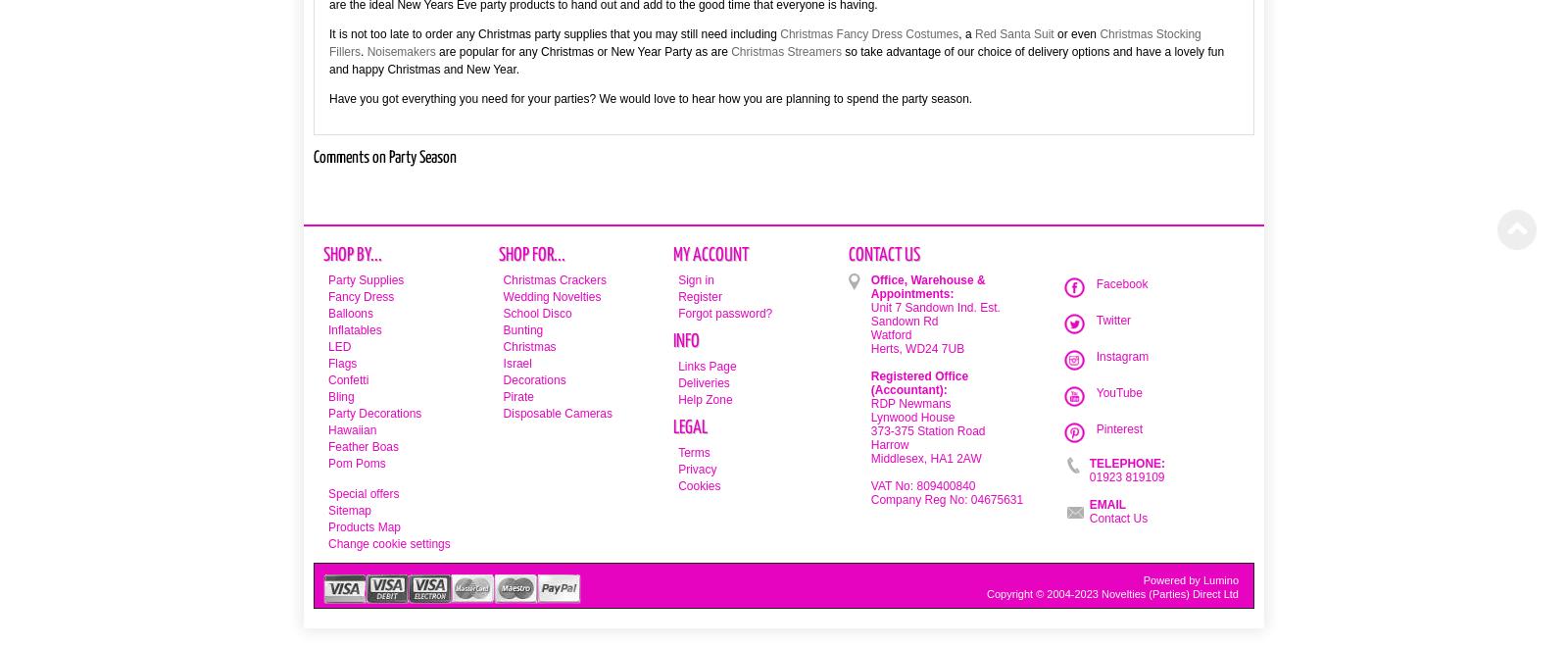 The width and height of the screenshot is (1568, 648). Describe the element at coordinates (434, 51) in the screenshot. I see `'are popular for any Christmas or New Year Party as are'` at that location.